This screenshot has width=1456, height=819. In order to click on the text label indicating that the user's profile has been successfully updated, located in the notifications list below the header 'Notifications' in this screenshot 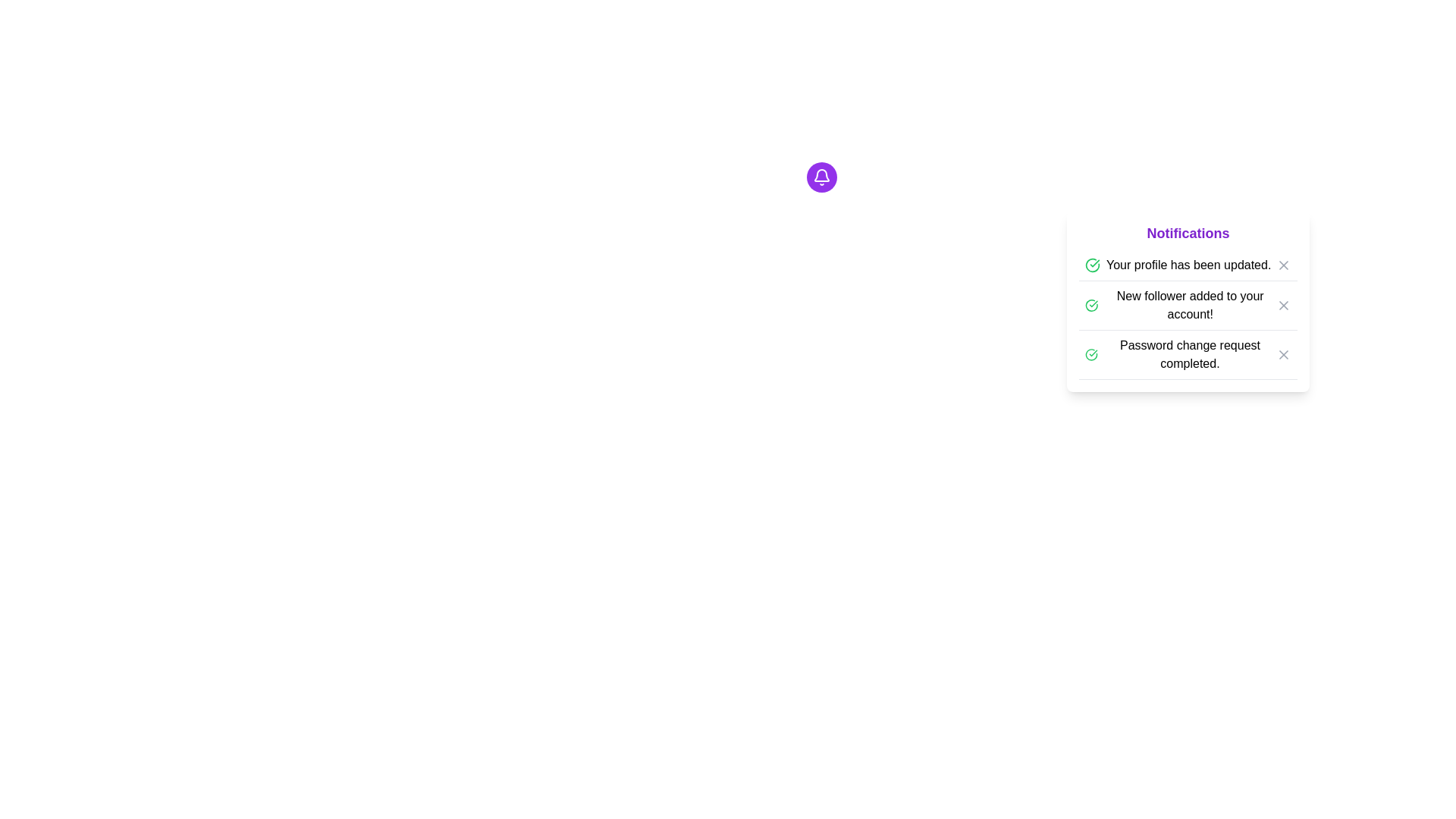, I will do `click(1188, 265)`.